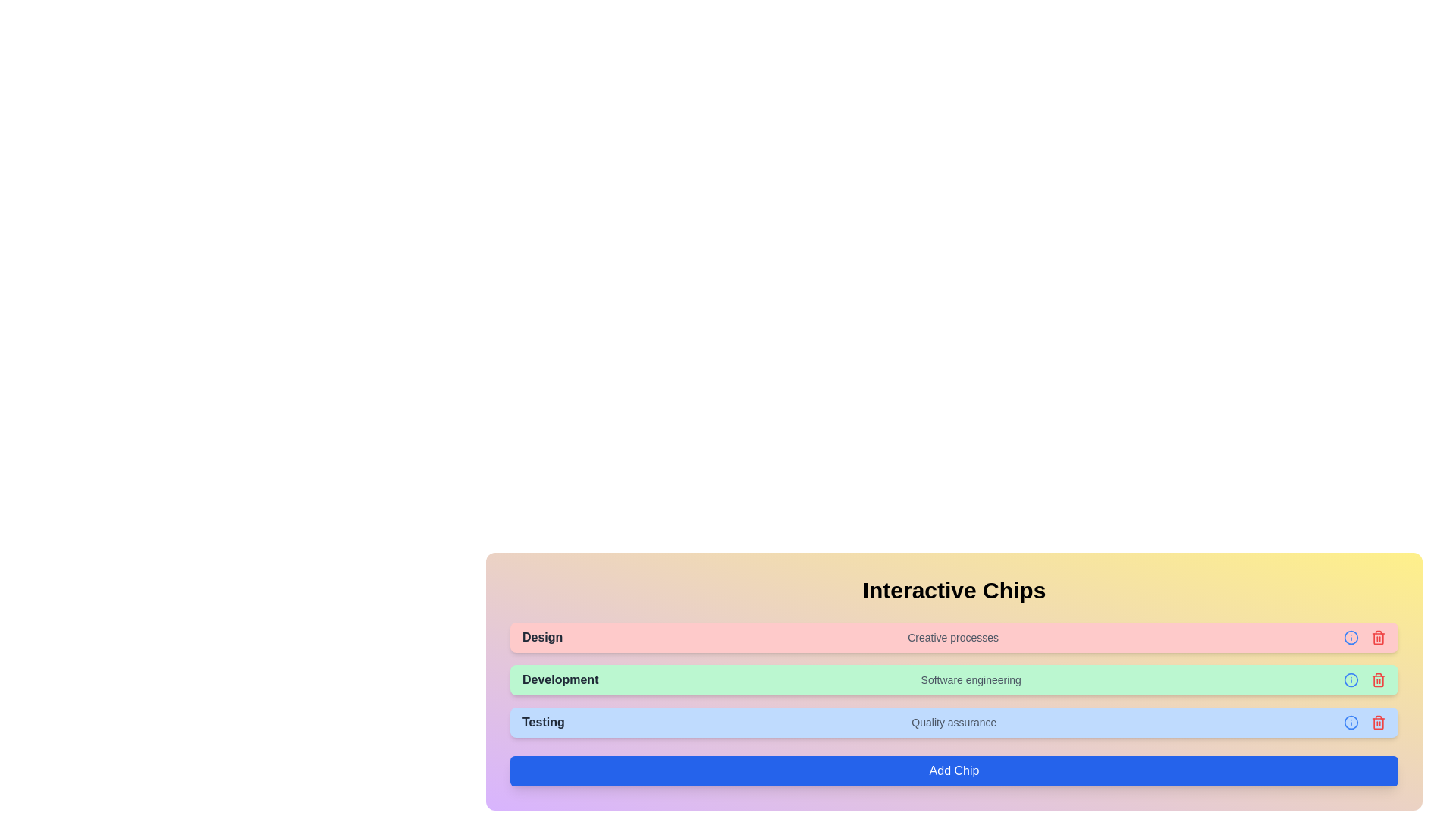 This screenshot has width=1456, height=819. Describe the element at coordinates (1379, 637) in the screenshot. I see `'Trash' icon for the chip labeled Design` at that location.